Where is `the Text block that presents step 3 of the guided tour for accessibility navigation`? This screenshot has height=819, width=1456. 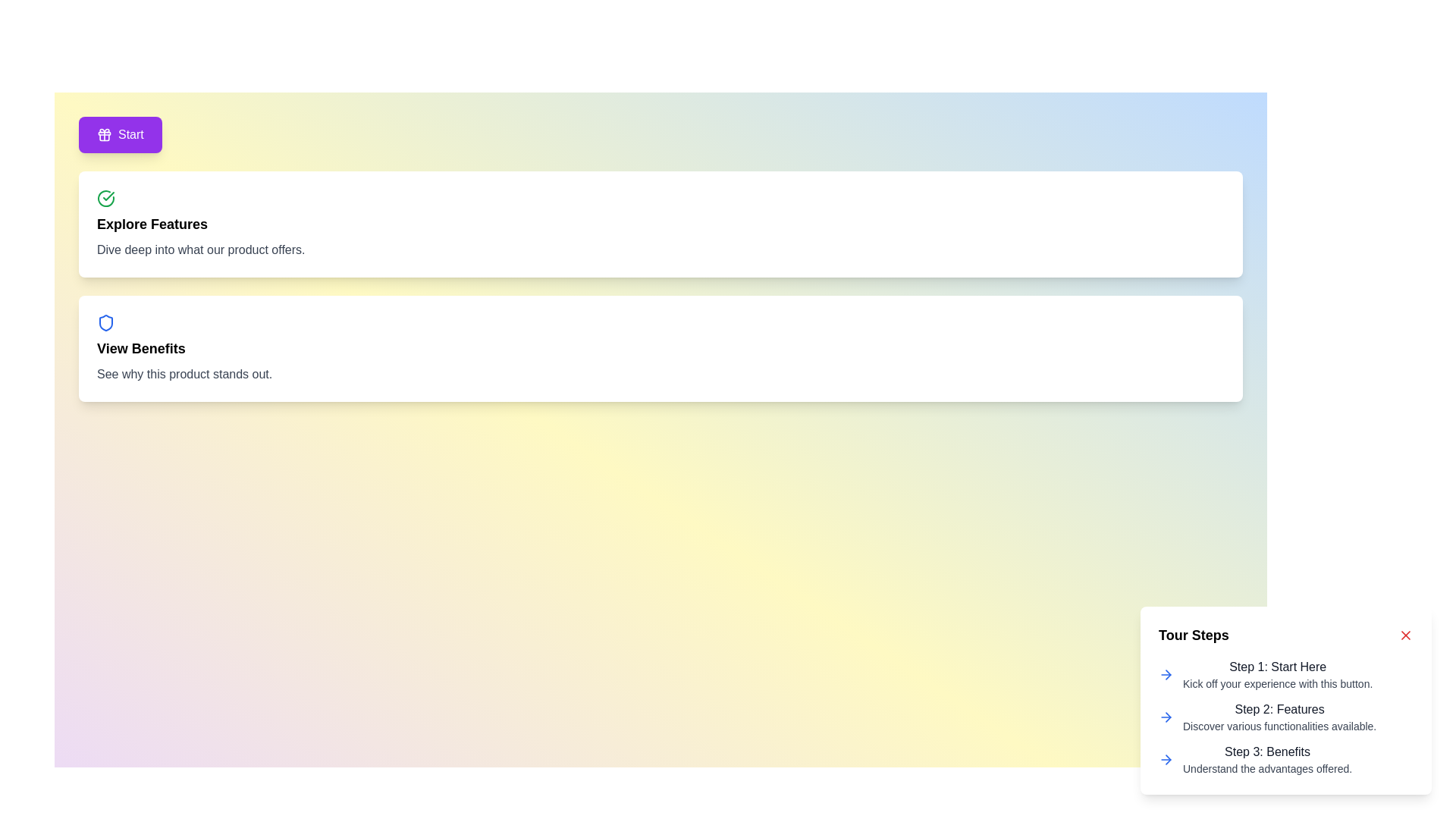 the Text block that presents step 3 of the guided tour for accessibility navigation is located at coordinates (1267, 760).